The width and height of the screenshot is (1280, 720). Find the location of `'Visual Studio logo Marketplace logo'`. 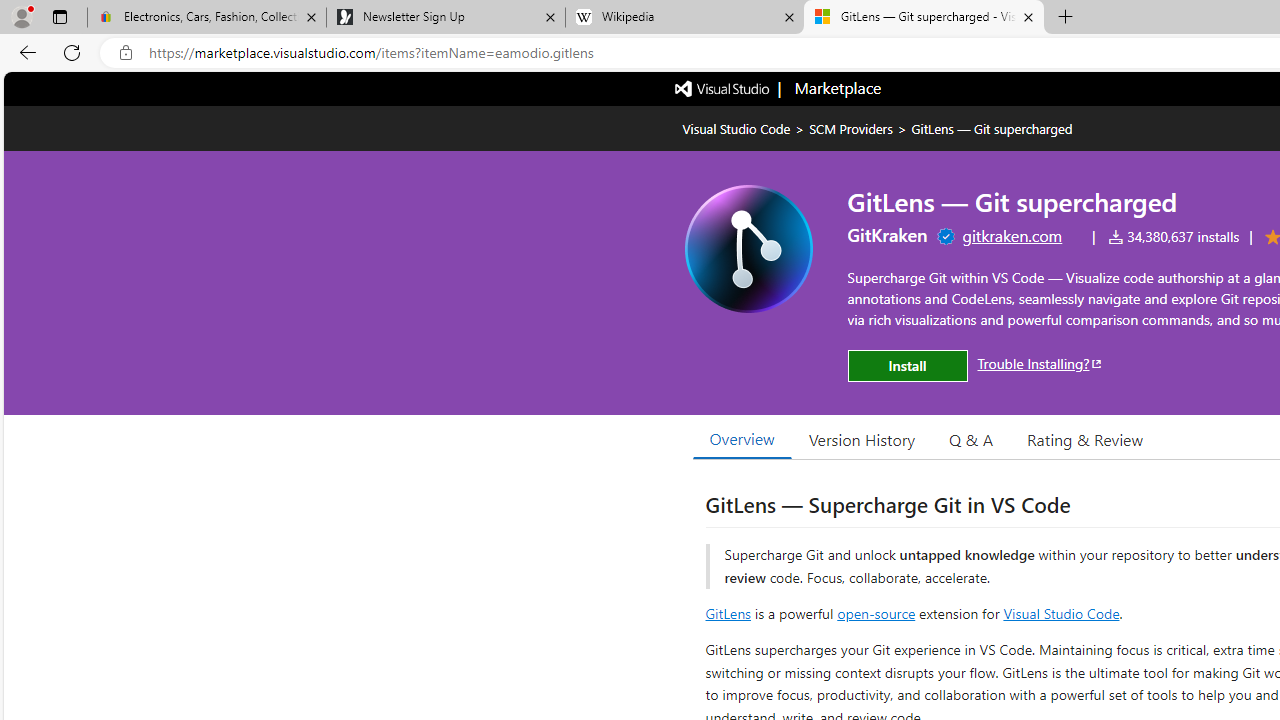

'Visual Studio logo Marketplace logo' is located at coordinates (775, 87).